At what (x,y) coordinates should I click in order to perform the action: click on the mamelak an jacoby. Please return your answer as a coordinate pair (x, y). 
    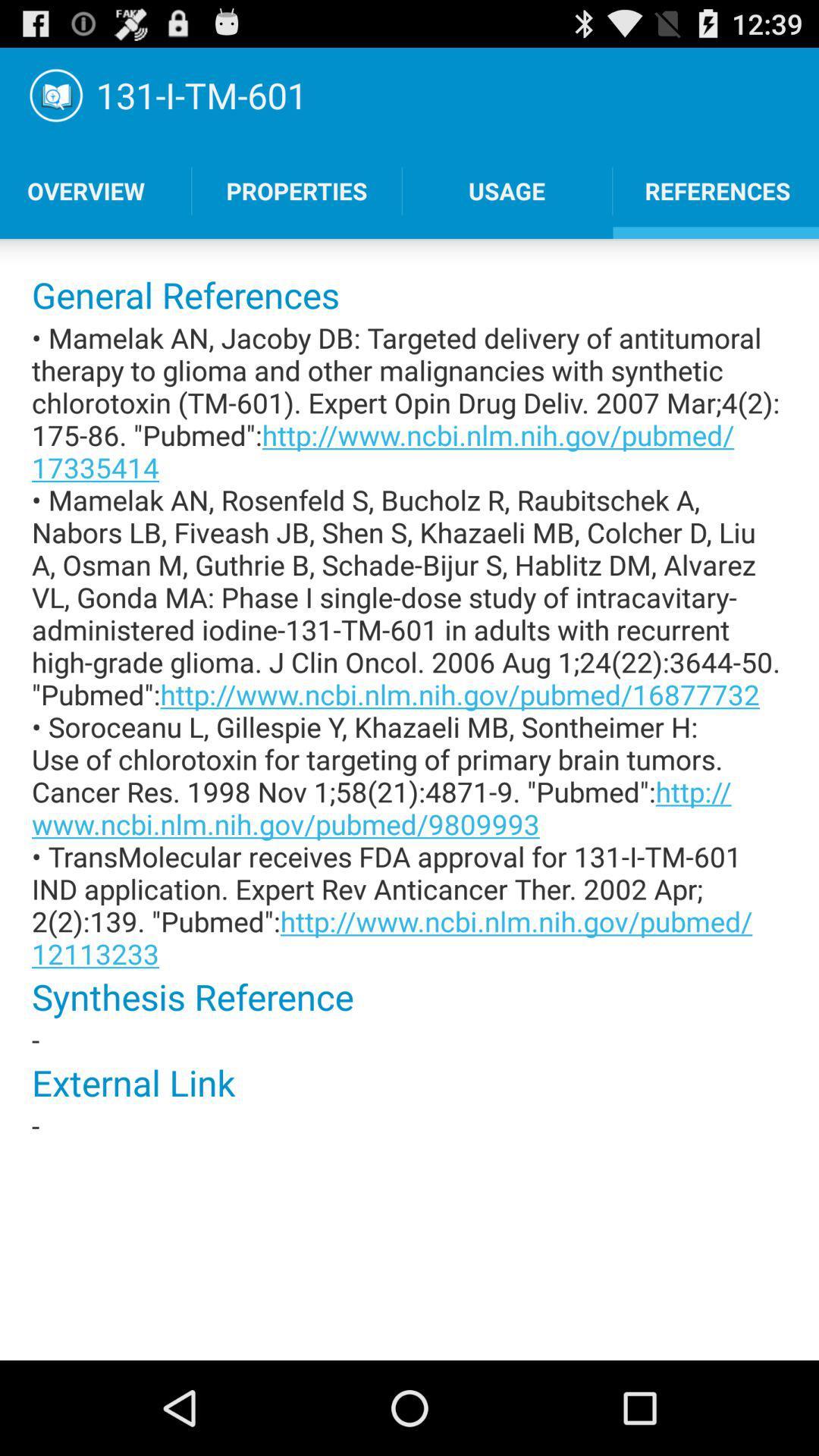
    Looking at the image, I should click on (409, 645).